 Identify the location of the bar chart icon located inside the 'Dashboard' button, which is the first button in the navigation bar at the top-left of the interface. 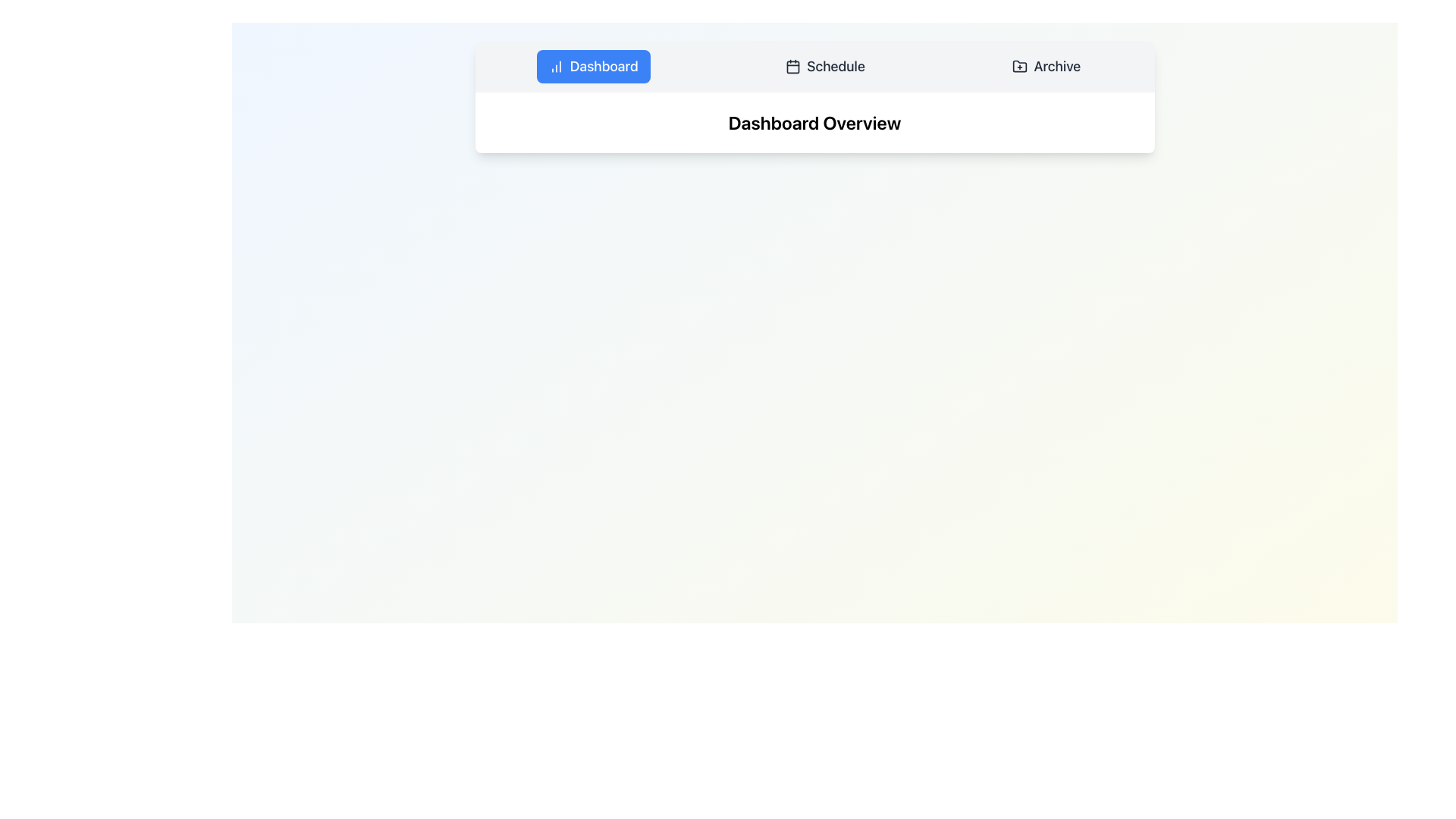
(555, 66).